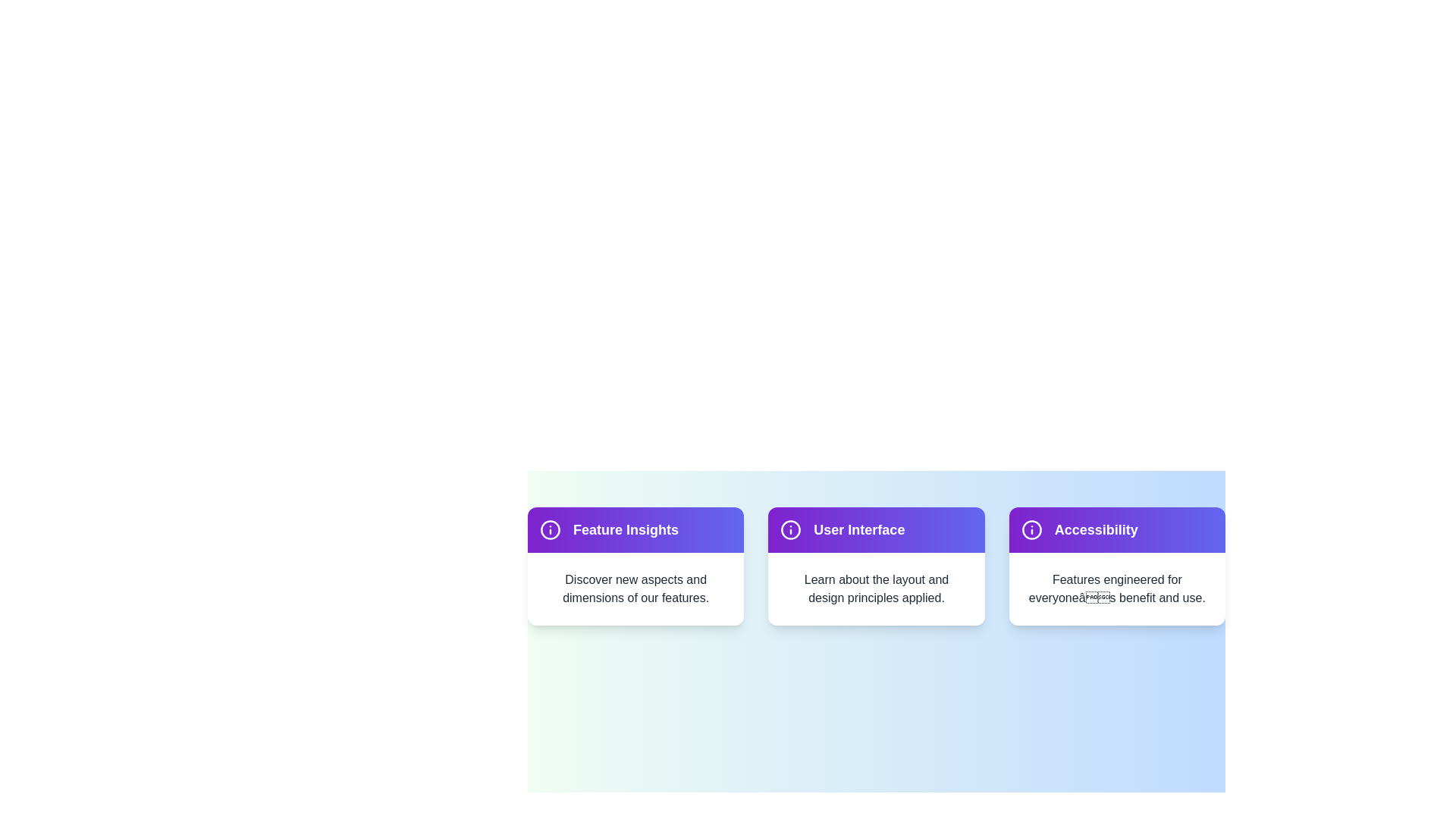 The image size is (1456, 819). What do you see at coordinates (635, 588) in the screenshot?
I see `the static text element that displays the sentence 'Discover new aspects and dimensions of our features,' located beneath the 'Feature Insights' header` at bounding box center [635, 588].